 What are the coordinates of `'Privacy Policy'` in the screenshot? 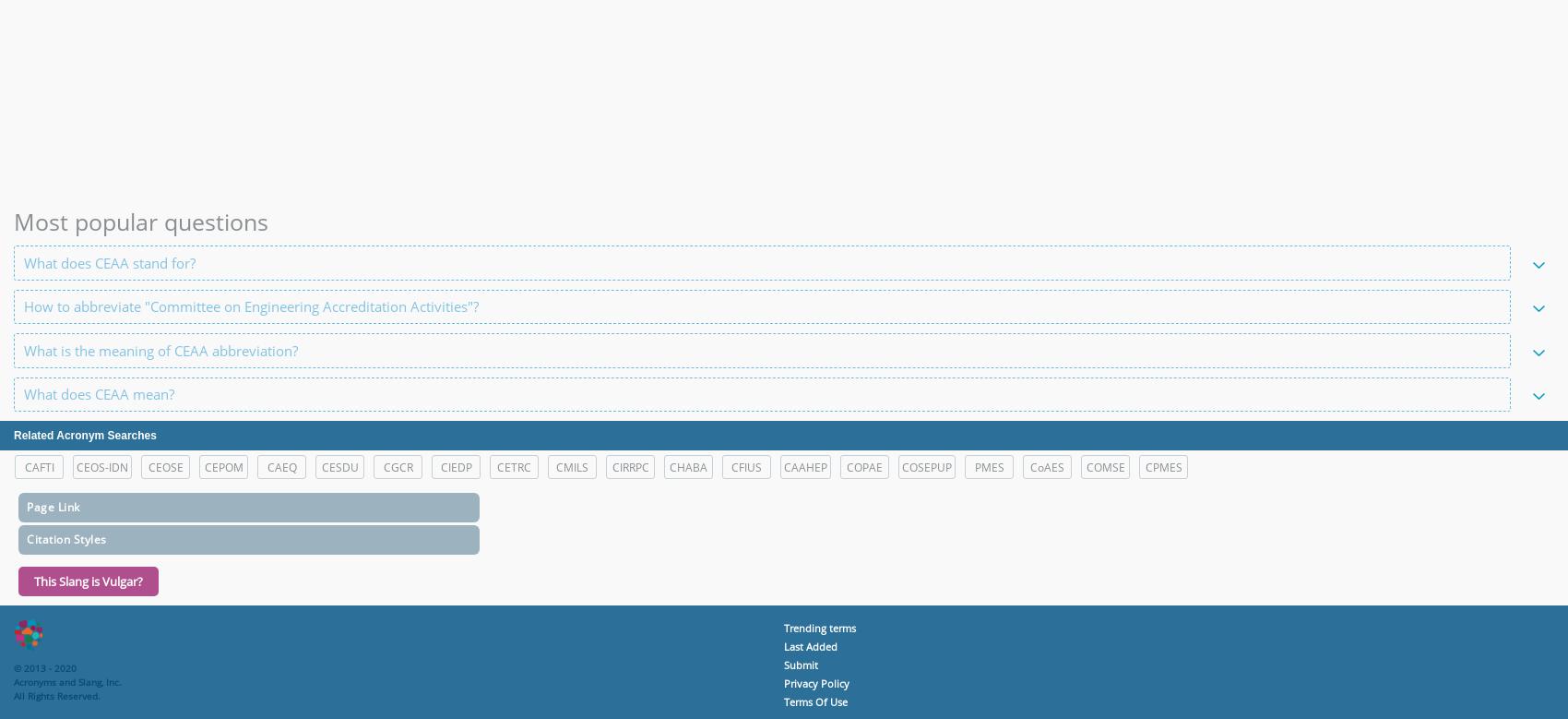 It's located at (816, 682).